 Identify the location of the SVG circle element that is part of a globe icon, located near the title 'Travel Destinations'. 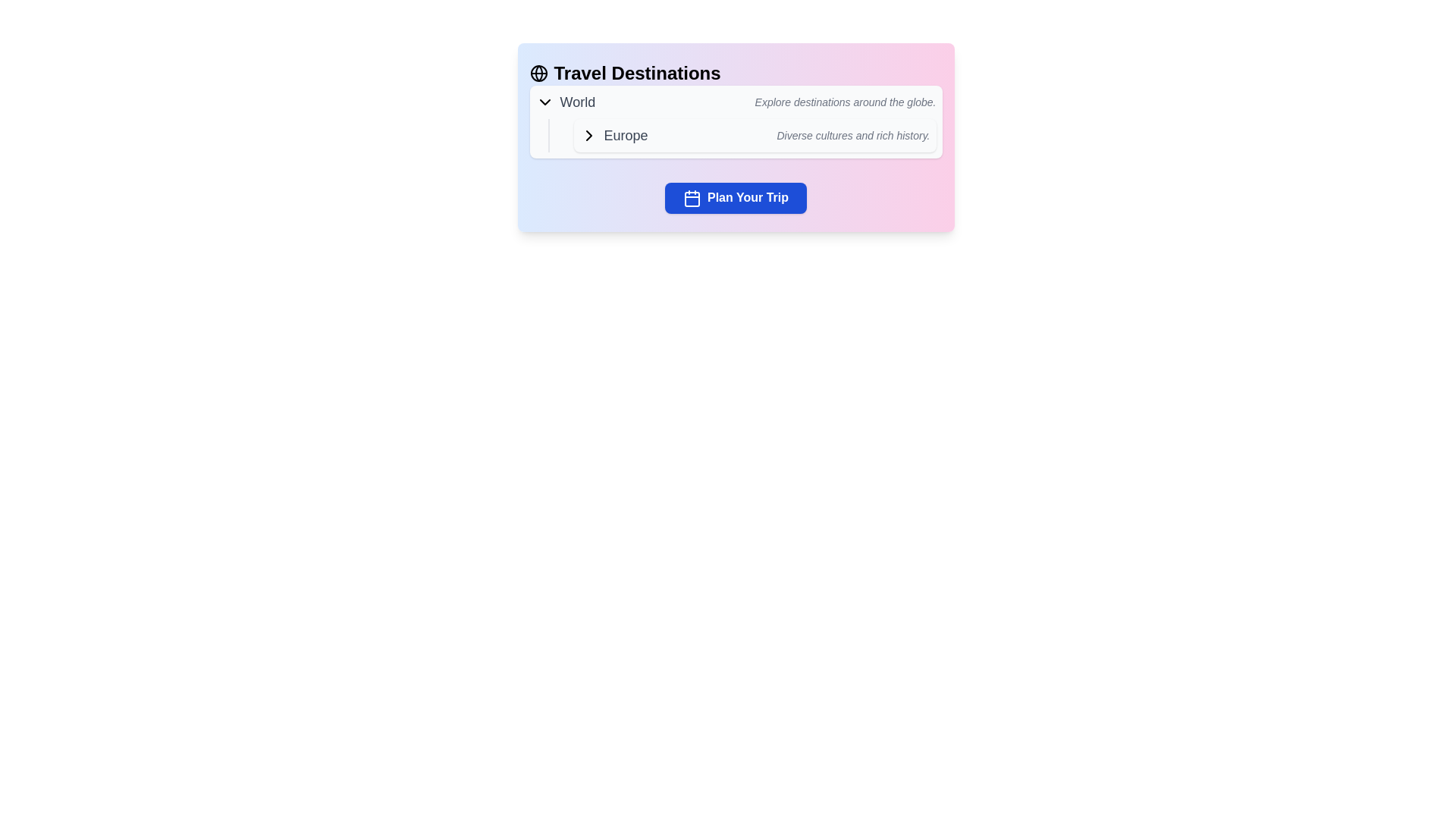
(538, 73).